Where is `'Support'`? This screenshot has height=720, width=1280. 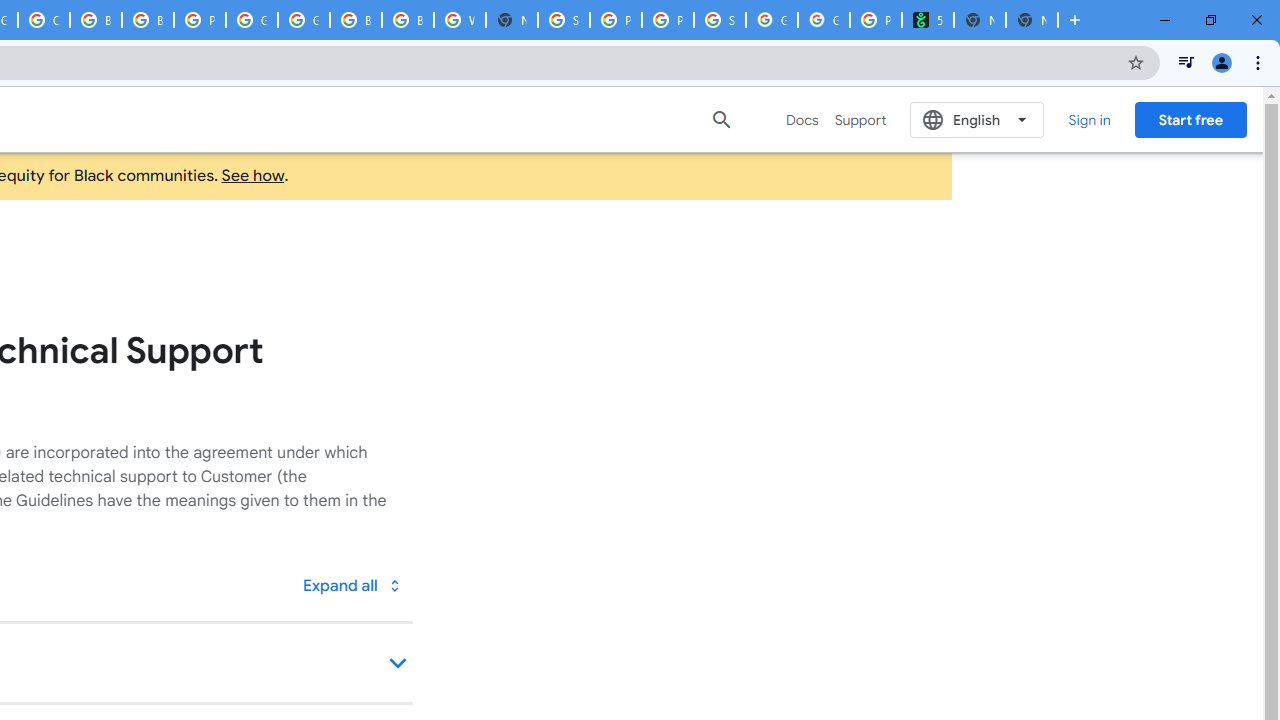
'Support' is located at coordinates (860, 119).